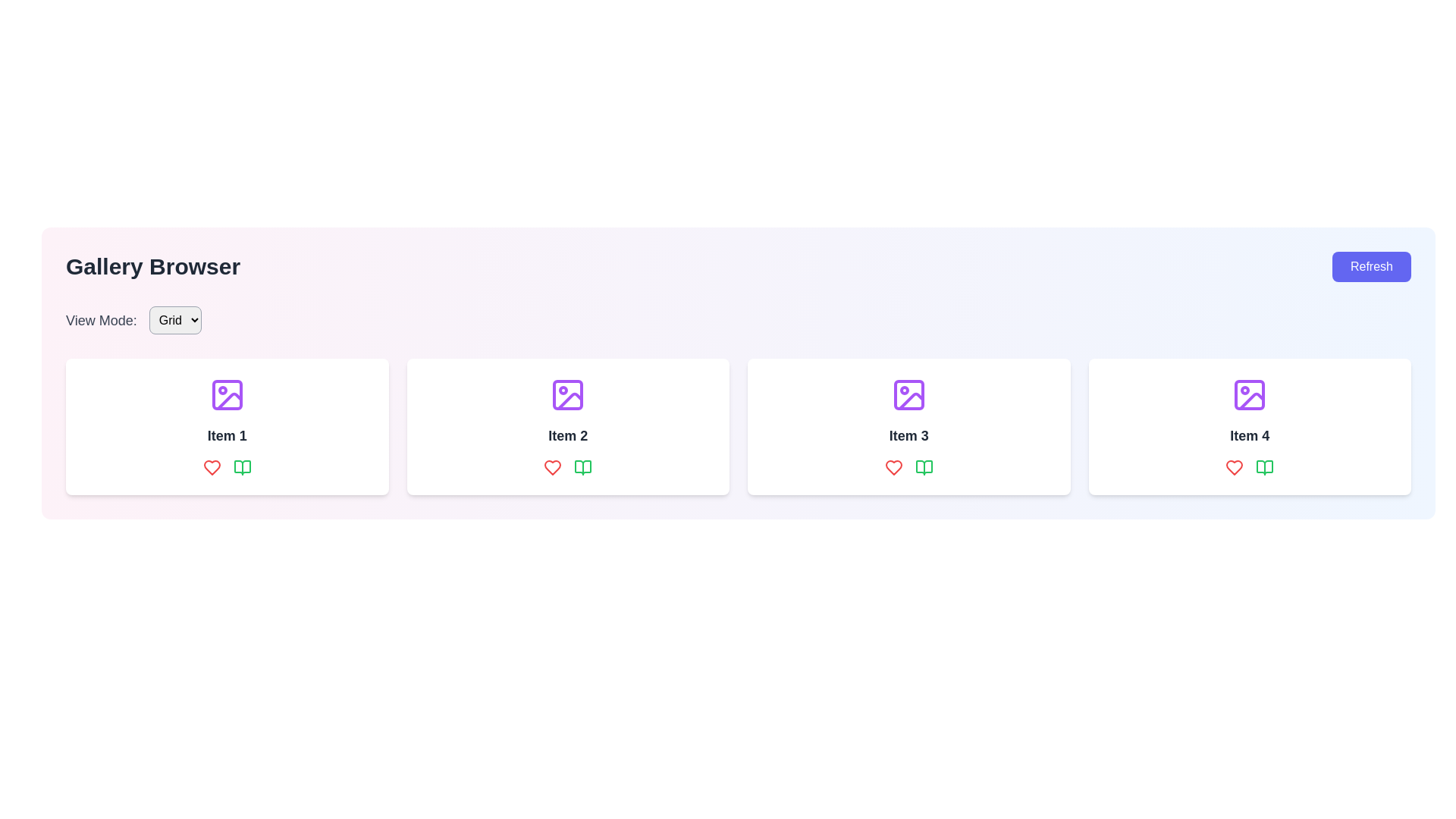 The width and height of the screenshot is (1456, 819). What do you see at coordinates (1250, 435) in the screenshot?
I see `the text label 'Item 4' located centrally within the fourth card of the grid layout, directly below a purple icon and above two interactive icons` at bounding box center [1250, 435].